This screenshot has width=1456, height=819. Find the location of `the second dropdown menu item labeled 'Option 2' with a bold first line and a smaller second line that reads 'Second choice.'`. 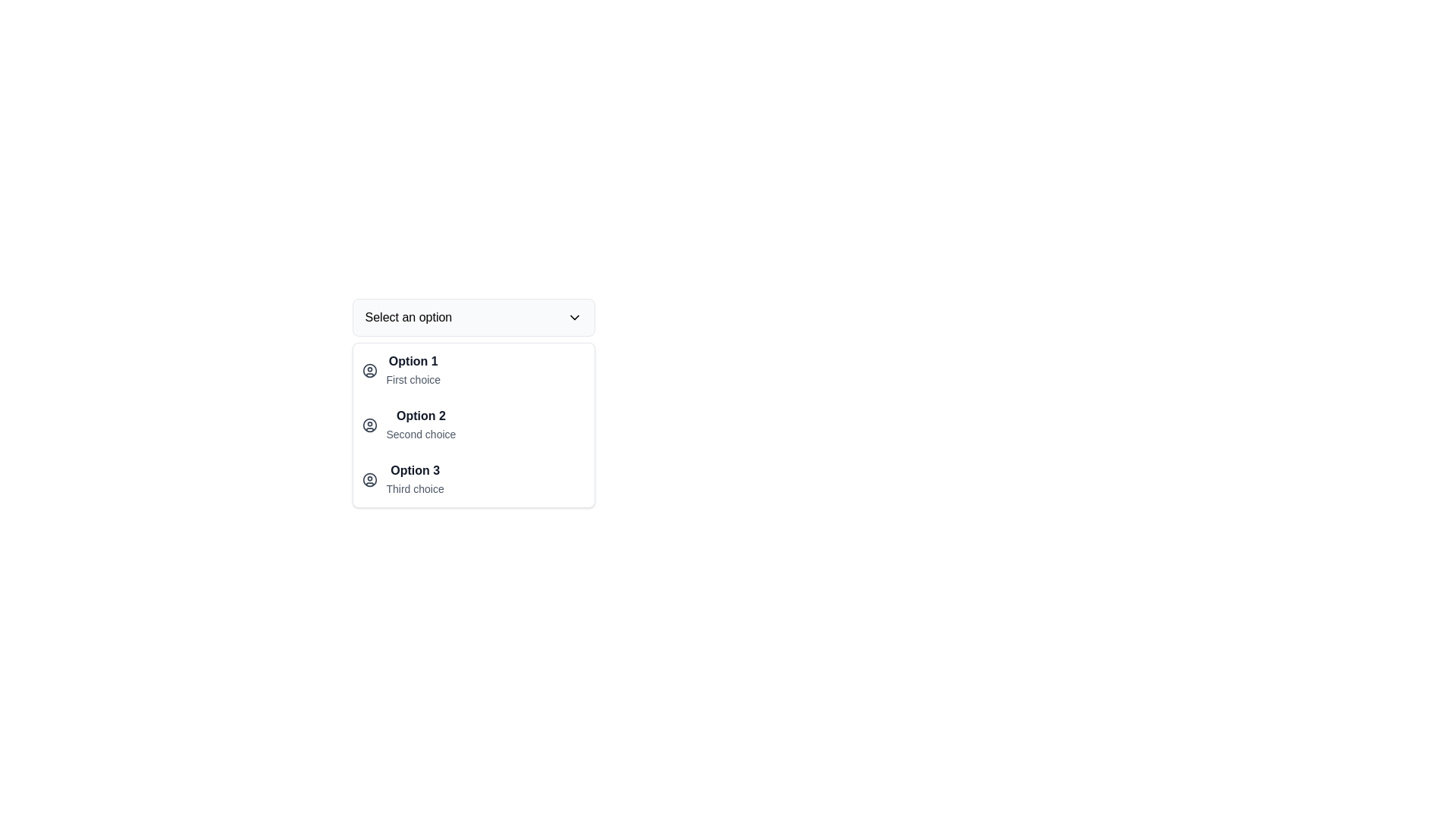

the second dropdown menu item labeled 'Option 2' with a bold first line and a smaller second line that reads 'Second choice.' is located at coordinates (472, 425).